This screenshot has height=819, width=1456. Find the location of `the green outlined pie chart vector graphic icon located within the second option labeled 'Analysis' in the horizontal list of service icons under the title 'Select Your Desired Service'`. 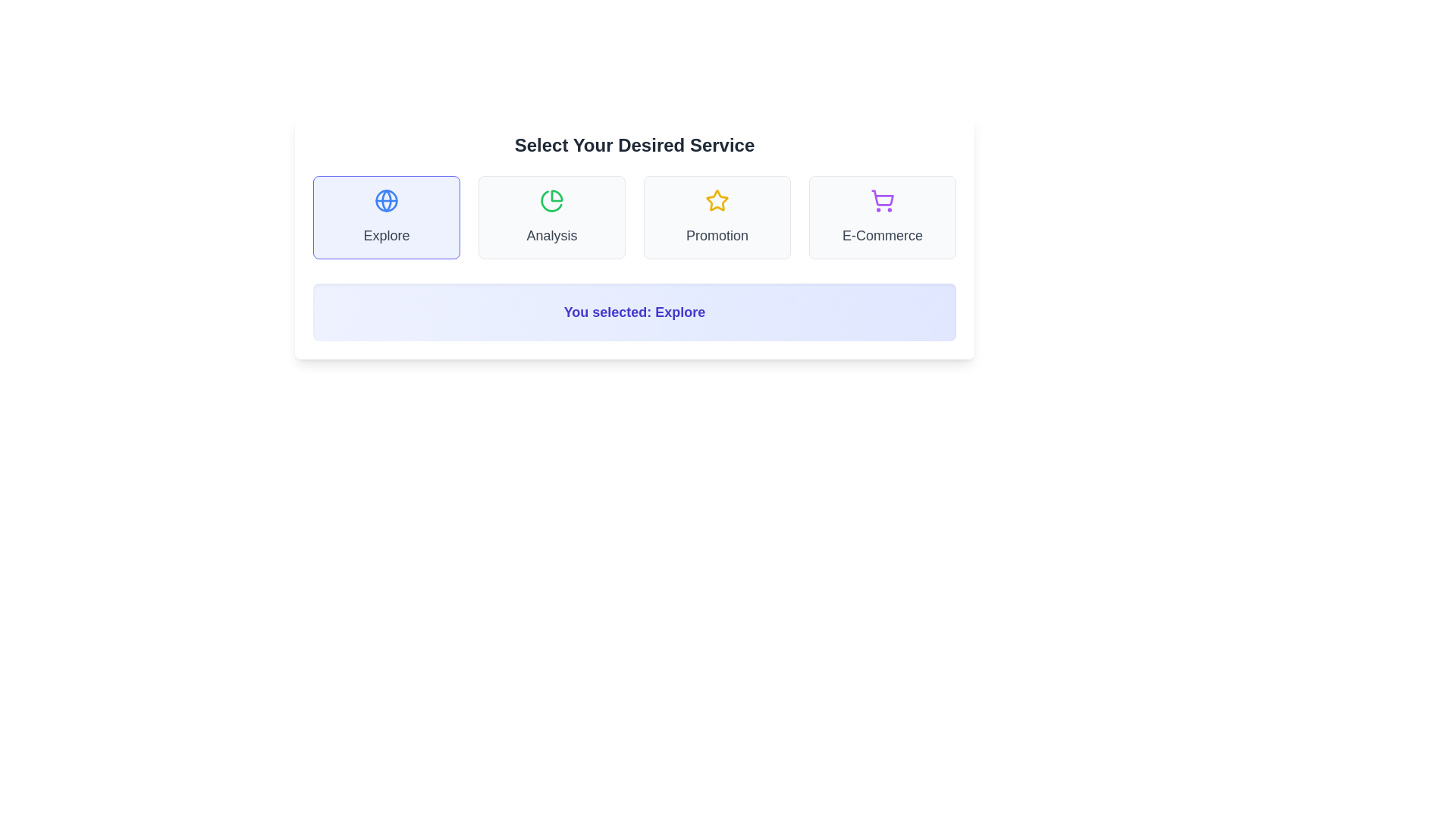

the green outlined pie chart vector graphic icon located within the second option labeled 'Analysis' in the horizontal list of service icons under the title 'Select Your Desired Service' is located at coordinates (551, 200).